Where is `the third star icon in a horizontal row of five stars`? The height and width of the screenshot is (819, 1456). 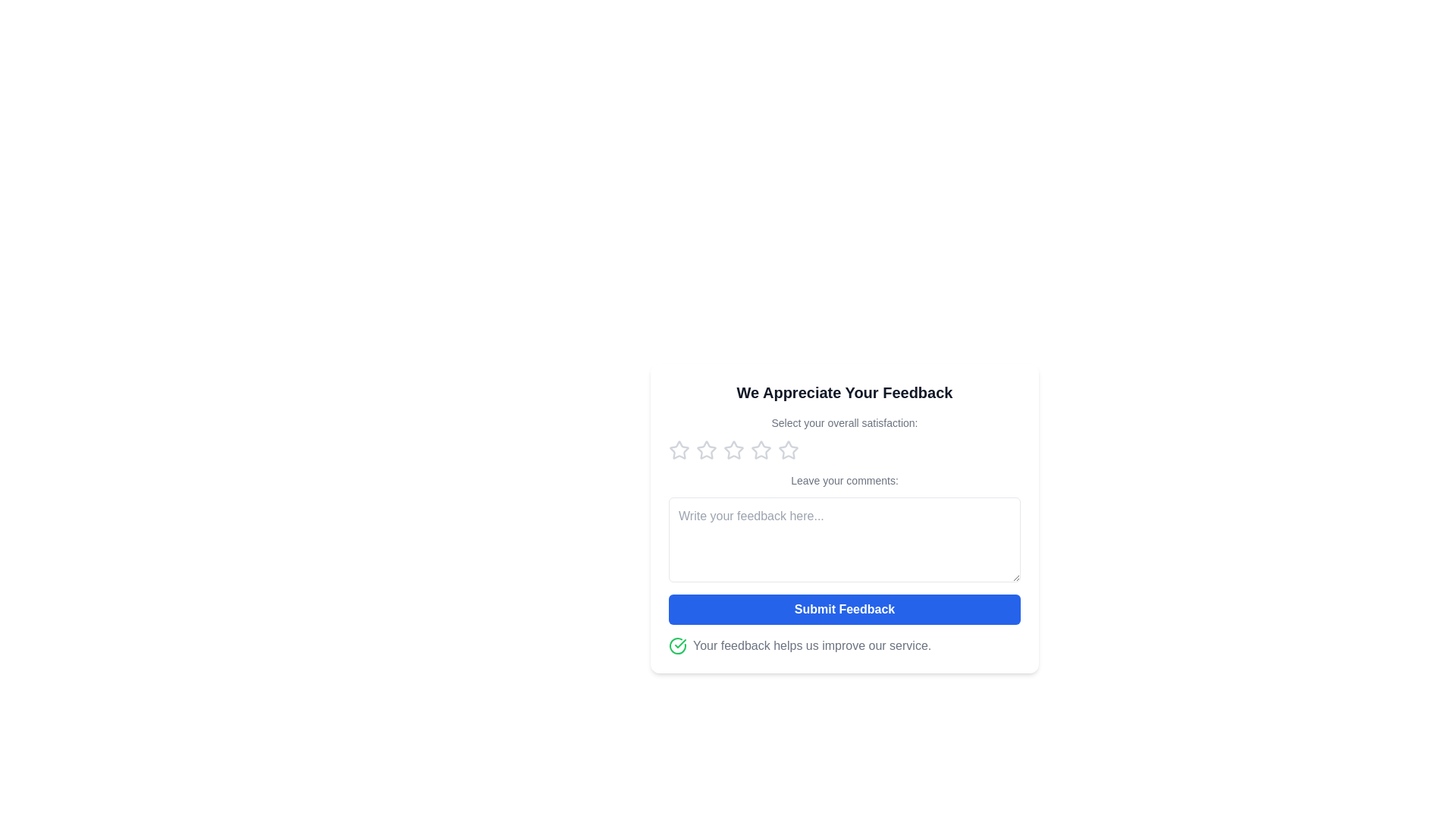
the third star icon in a horizontal row of five stars is located at coordinates (789, 449).